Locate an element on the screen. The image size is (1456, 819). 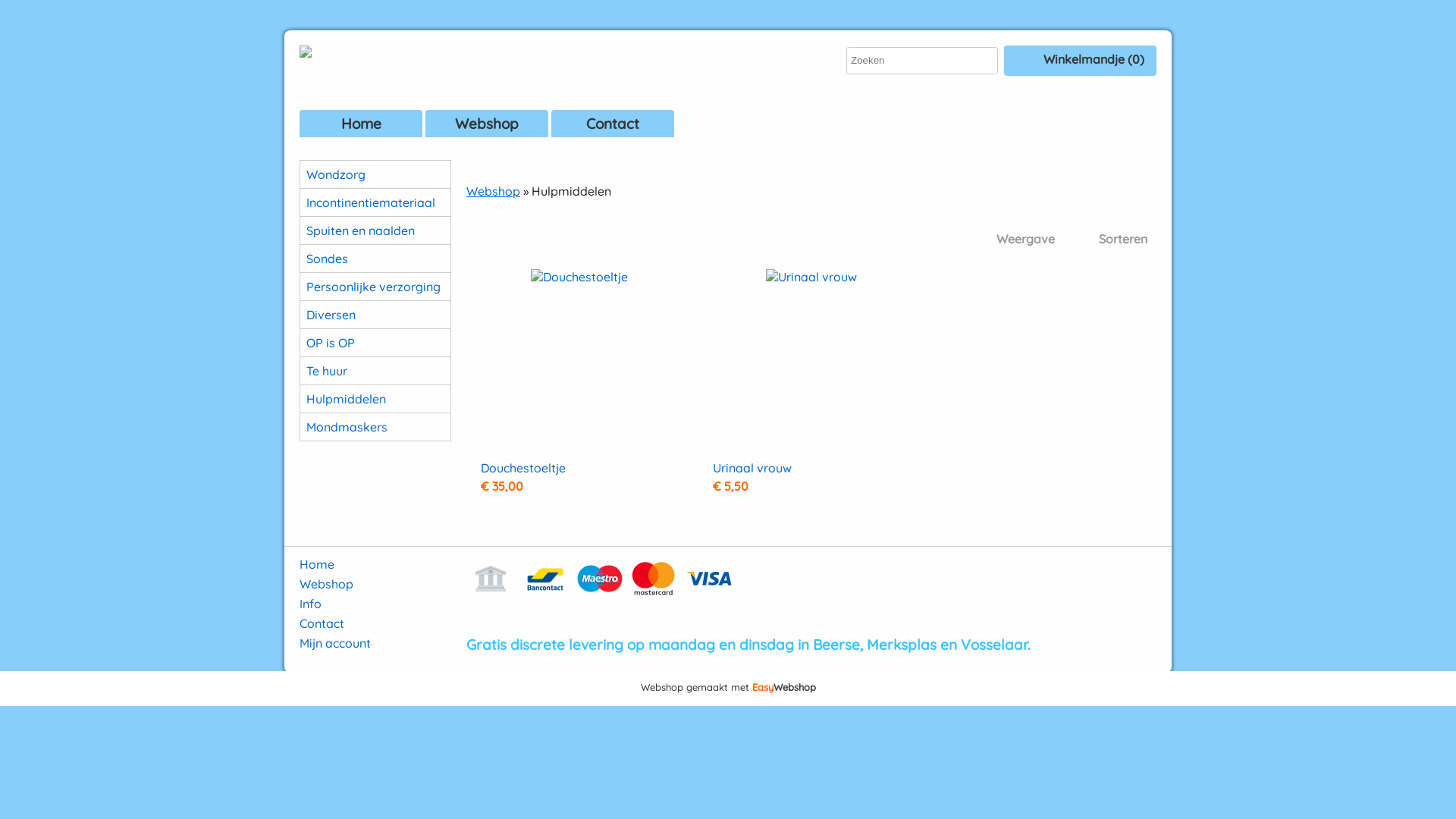
'Webshop' is located at coordinates (493, 190).